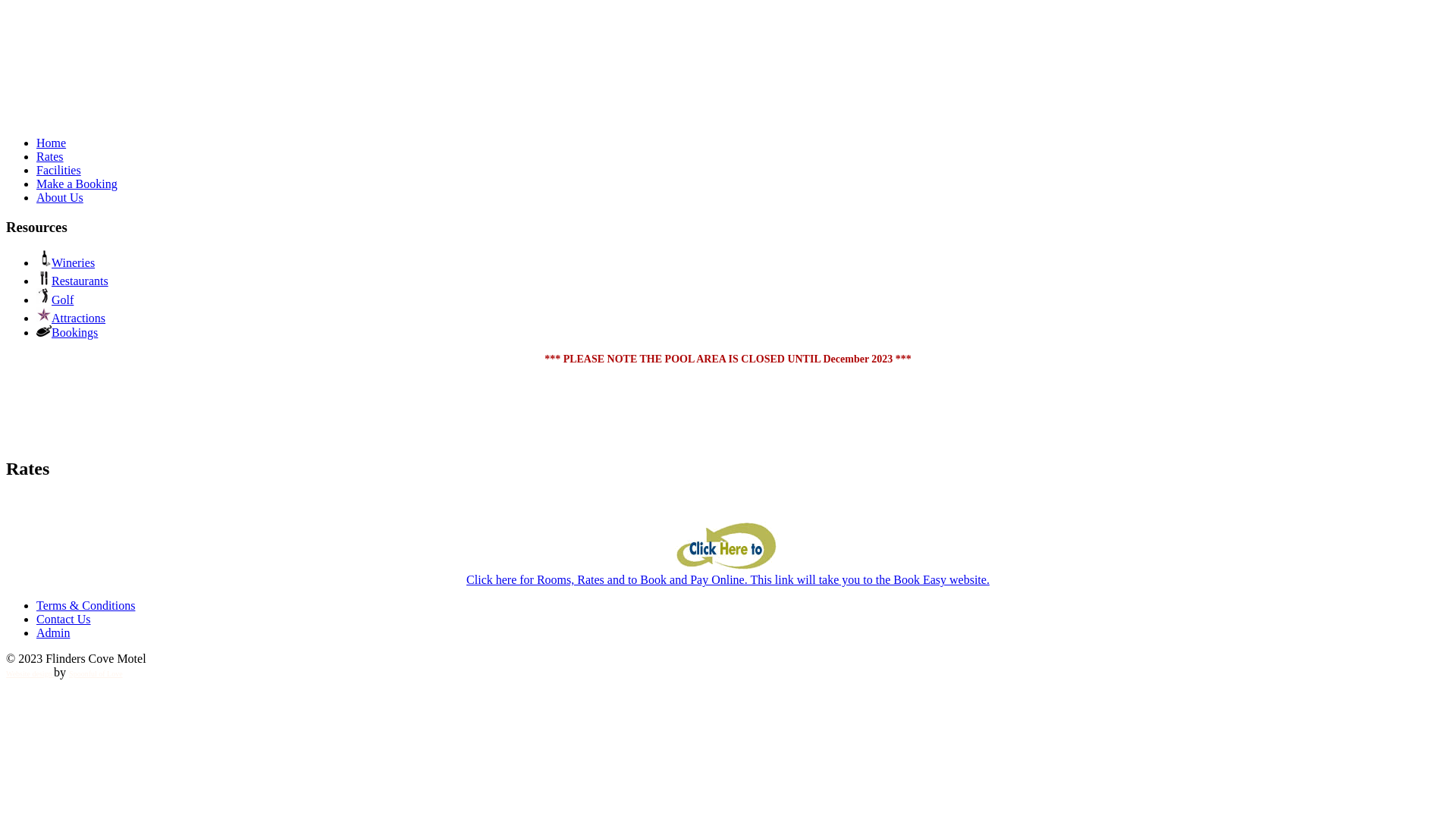 The image size is (1456, 819). Describe the element at coordinates (70, 317) in the screenshot. I see `'Attractions'` at that location.